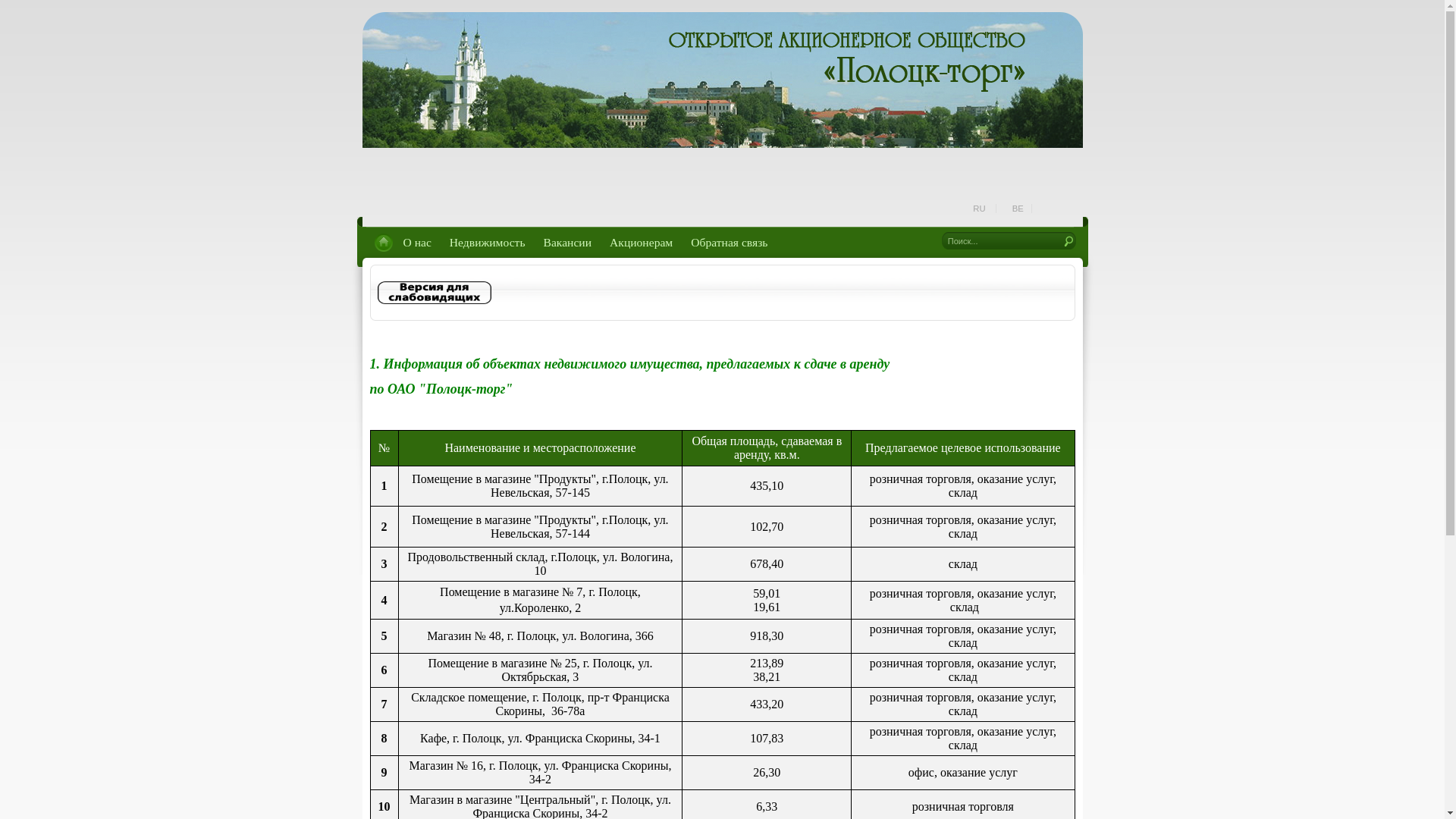 This screenshot has width=1456, height=819. I want to click on 'RU', so click(980, 208).